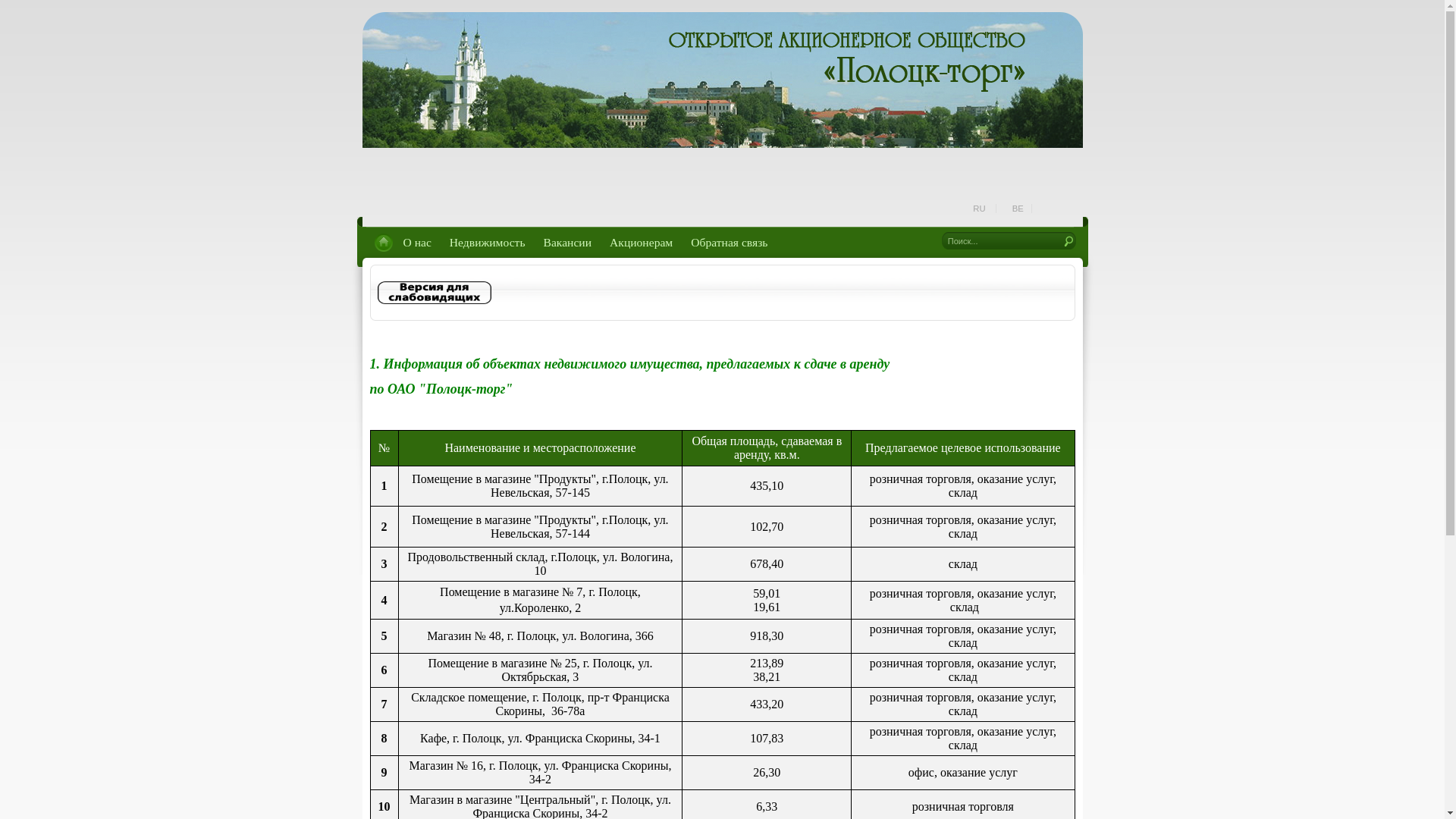 This screenshot has width=1456, height=819. I want to click on 'RU', so click(980, 208).